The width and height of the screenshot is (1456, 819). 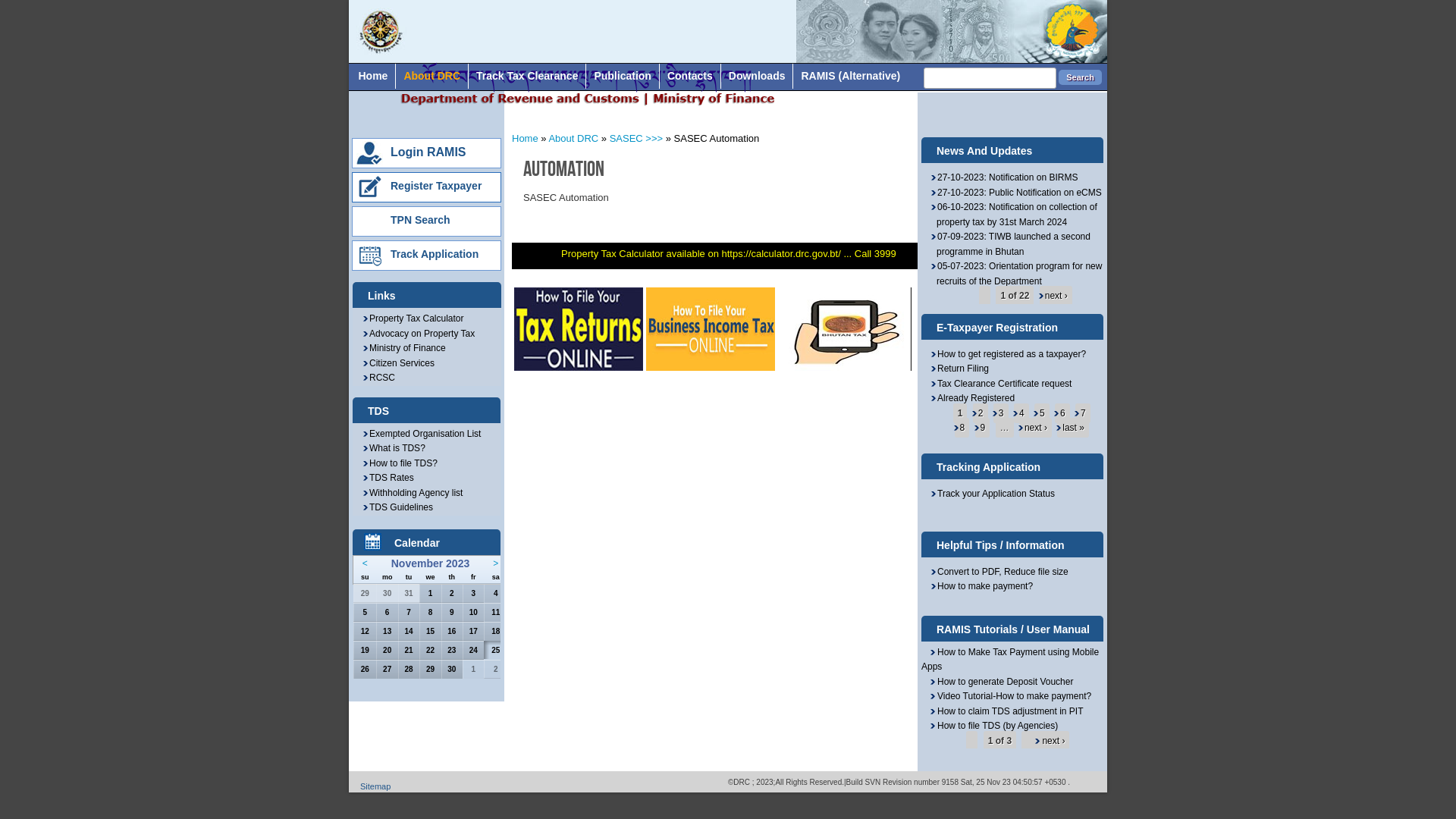 What do you see at coordinates (923, 78) in the screenshot?
I see `'Enter the terms you wish to search for.'` at bounding box center [923, 78].